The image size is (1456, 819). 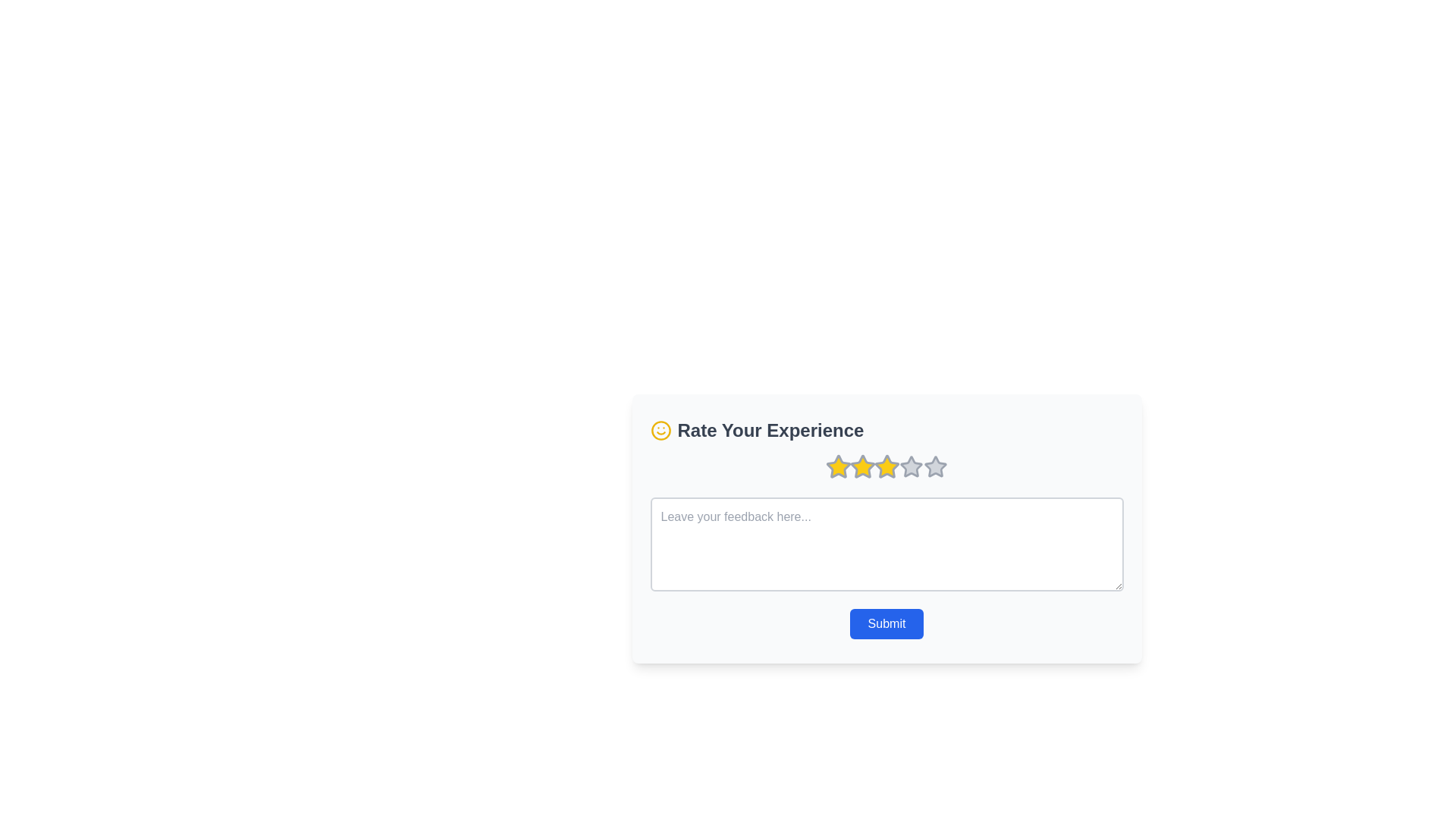 What do you see at coordinates (934, 466) in the screenshot?
I see `the fifth star icon for rating functionality` at bounding box center [934, 466].